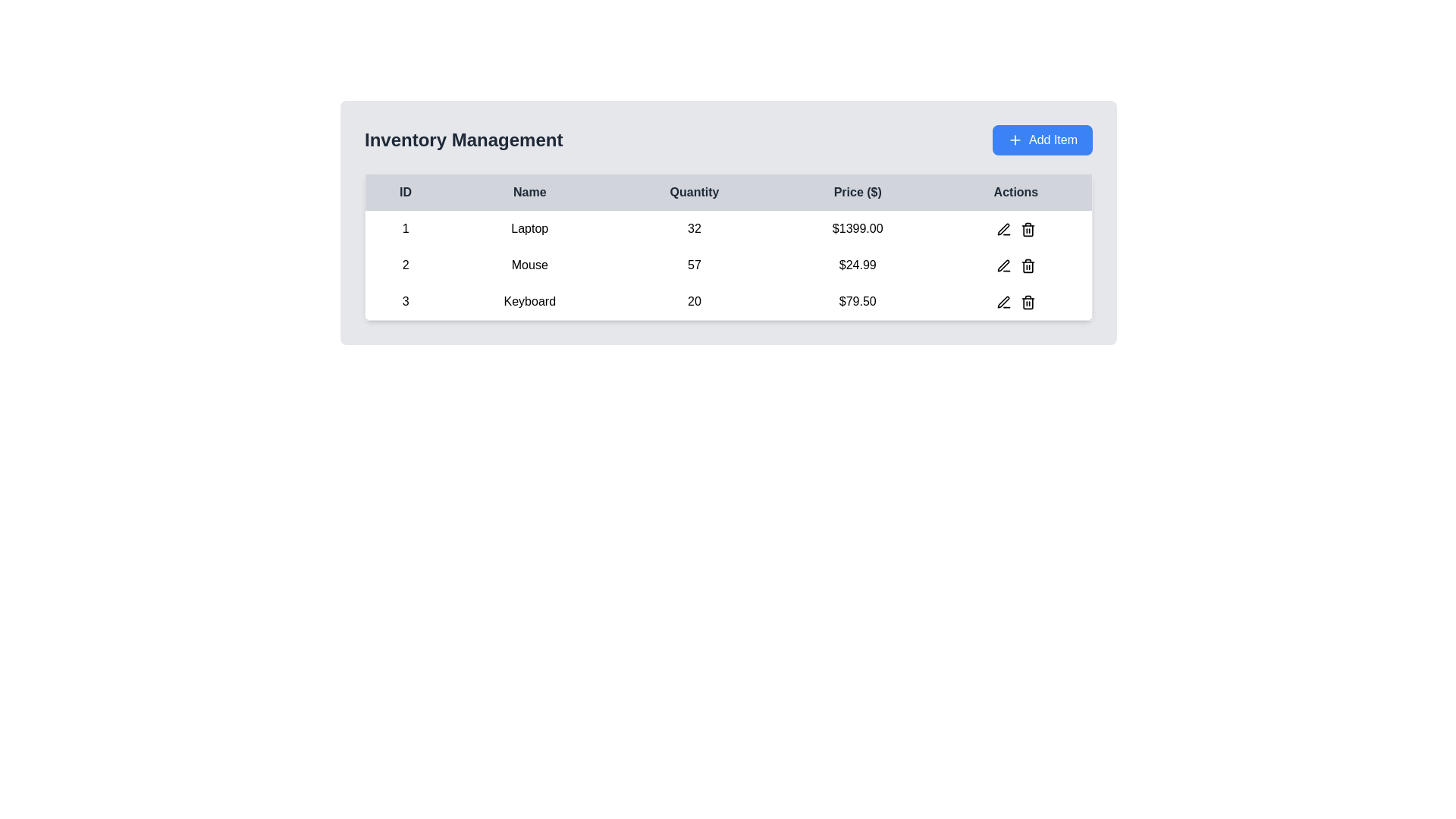 This screenshot has width=1456, height=819. I want to click on the delete button in the 'Actions' column of the table row corresponding to the third item ('Keyboard'), which is the second icon to the right of the pencil icon, so click(1028, 301).